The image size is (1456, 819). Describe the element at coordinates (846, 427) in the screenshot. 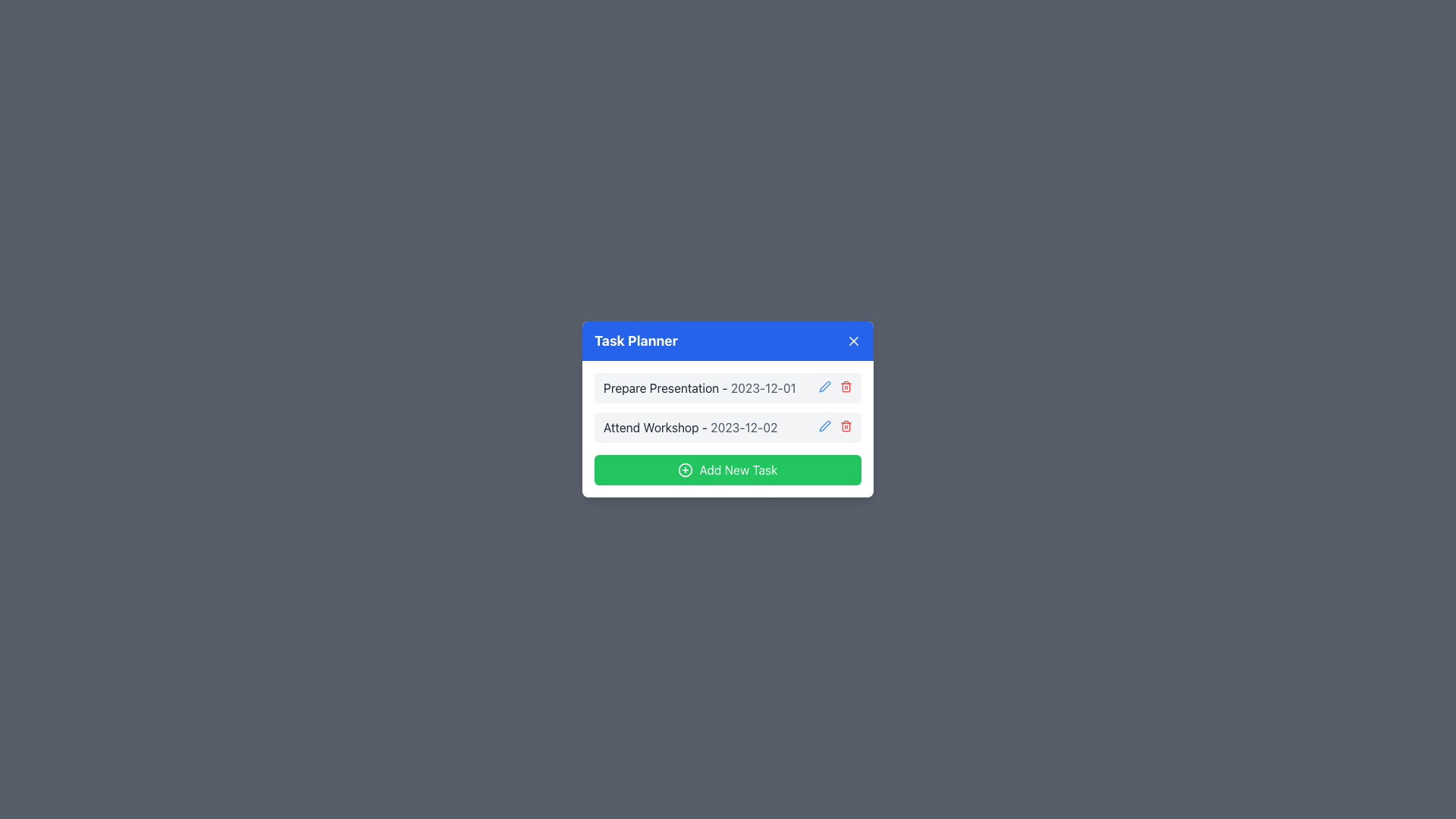

I see `the outline of the trash can icon, which is commonly used for deletion and is located near the center of the interface adjacent to task items like 'Prepare Presentation' and 'Attend Workshop'` at that location.